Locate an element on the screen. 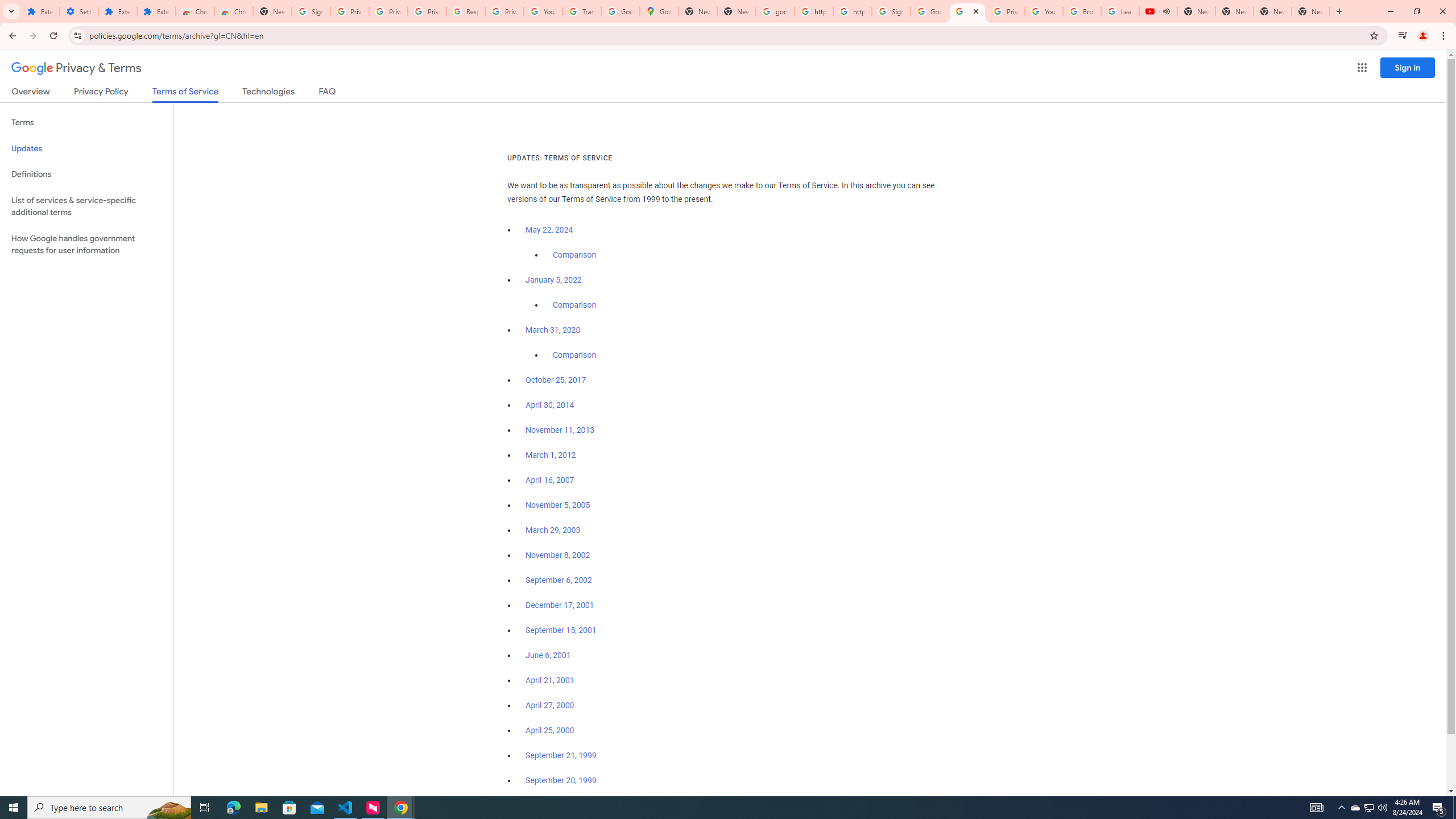  'Extensions' is located at coordinates (40, 11).